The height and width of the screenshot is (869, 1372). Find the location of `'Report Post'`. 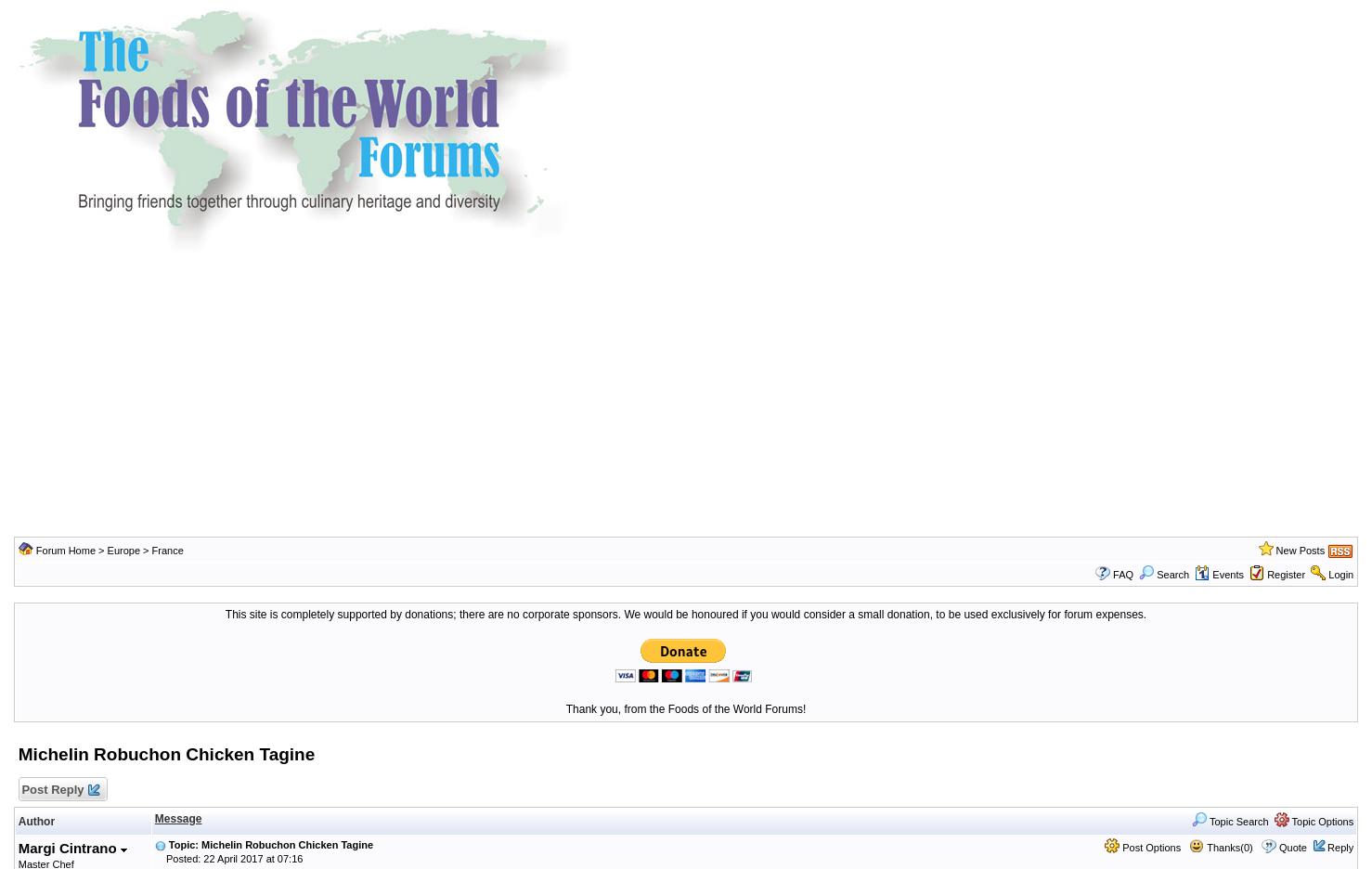

'Report Post' is located at coordinates (29, 35).